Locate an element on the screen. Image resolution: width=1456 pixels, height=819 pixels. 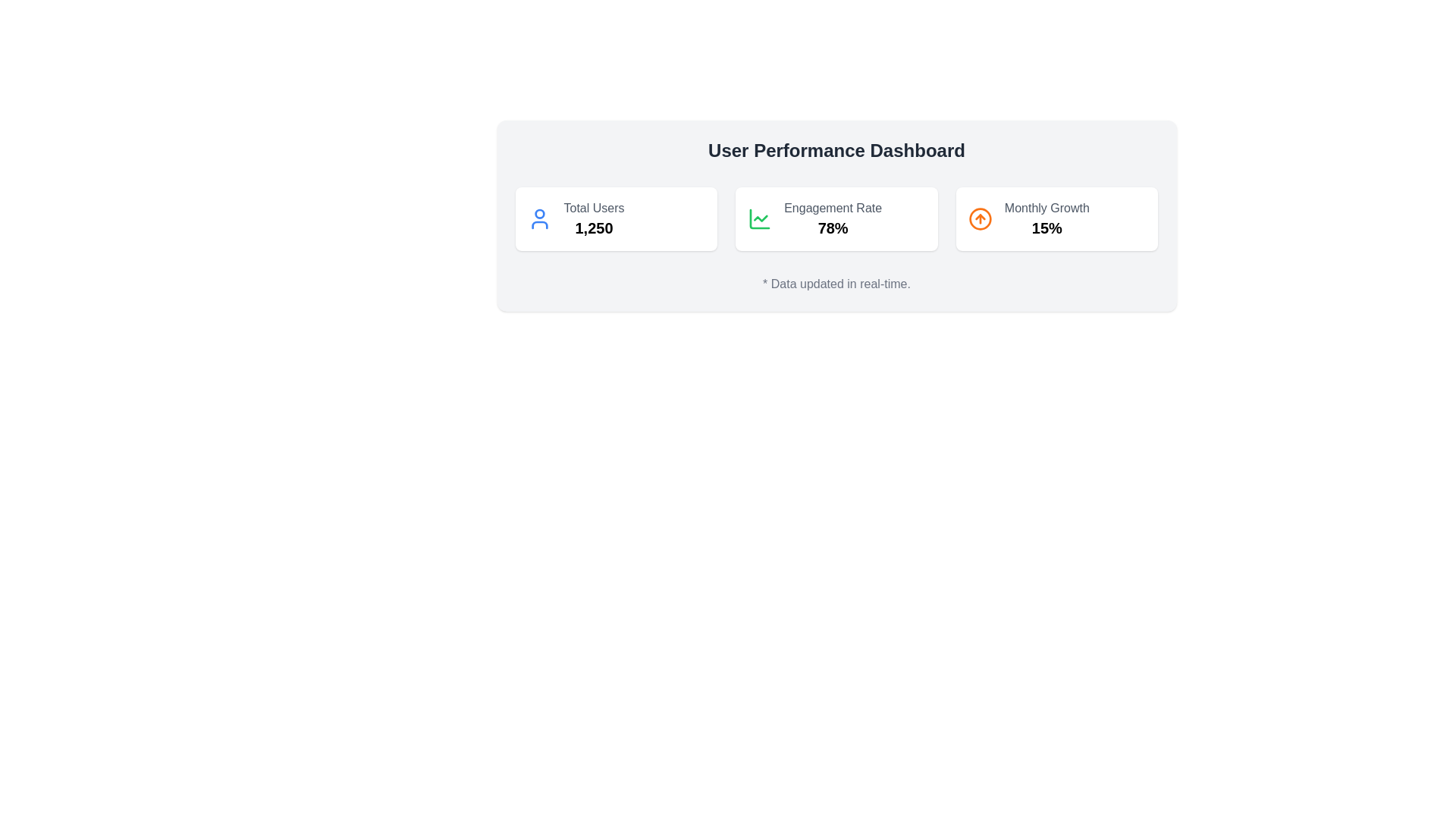
the informative text label located at the bottom of the 'User Performance Dashboard', which provides context to the displayed data is located at coordinates (836, 284).